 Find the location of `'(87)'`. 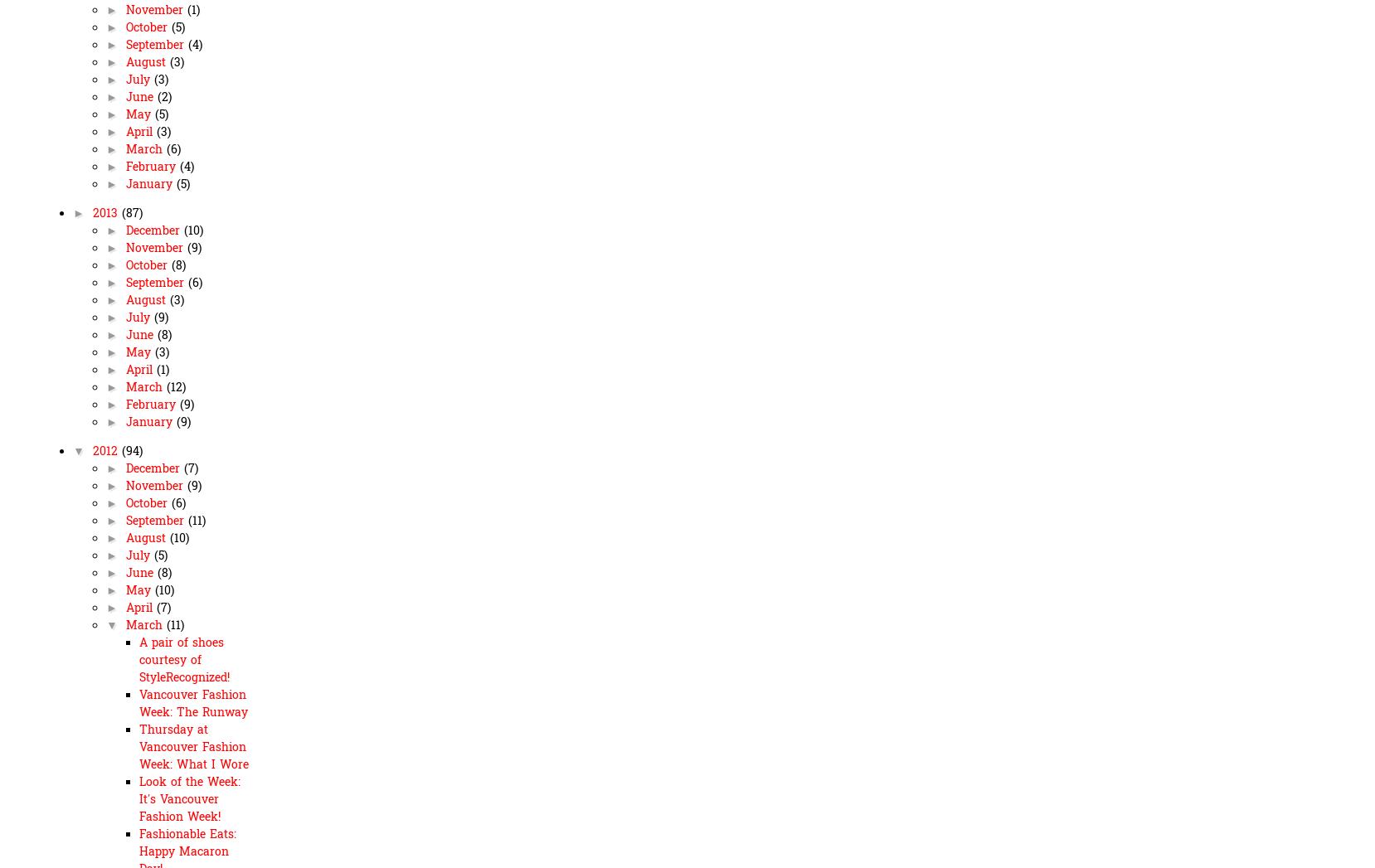

'(87)' is located at coordinates (131, 213).